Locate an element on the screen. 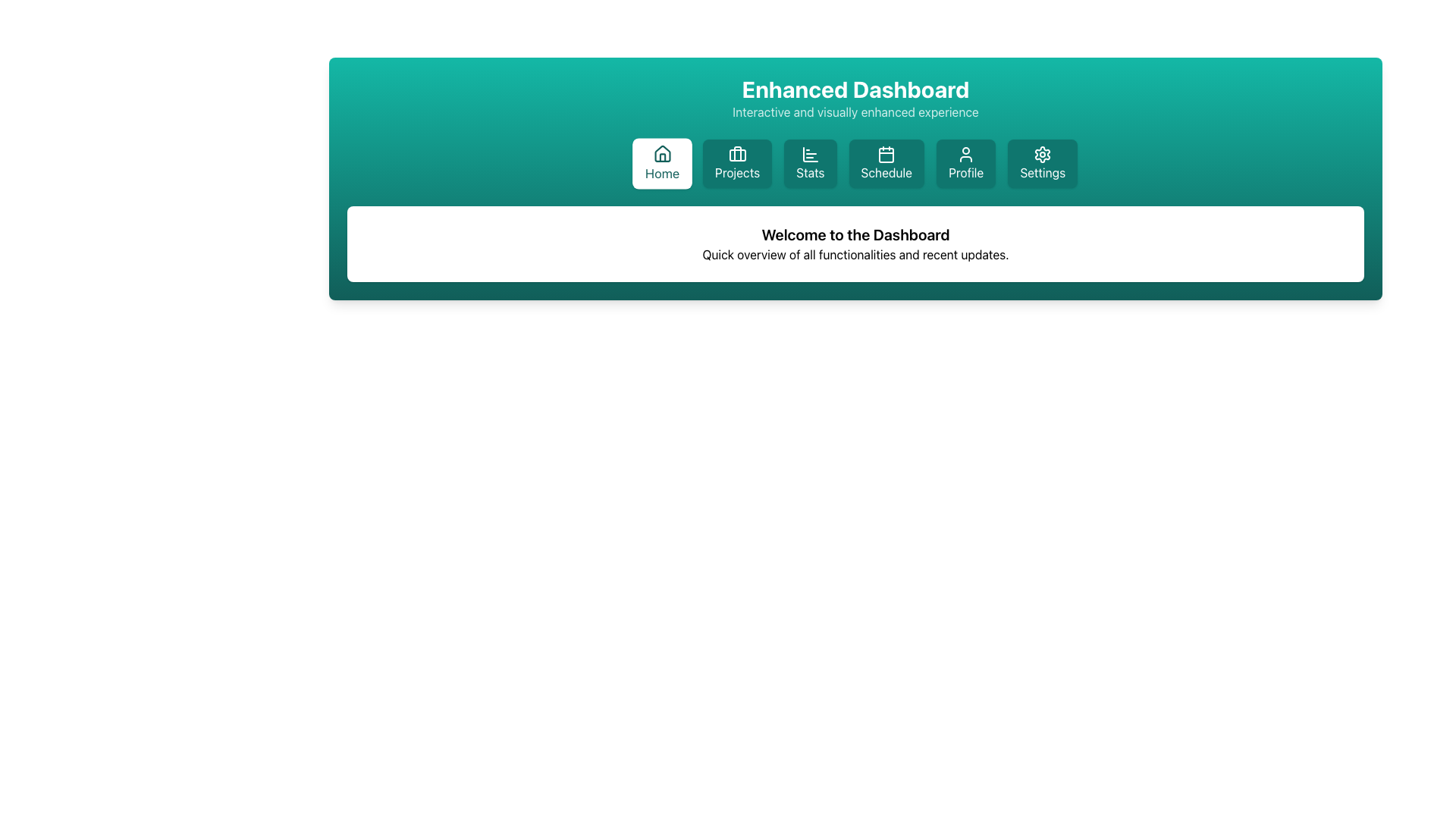 This screenshot has width=1456, height=819. the bar chart icon located in the navigation panel beneath the 'Enhanced Dashboard' header is located at coordinates (809, 155).